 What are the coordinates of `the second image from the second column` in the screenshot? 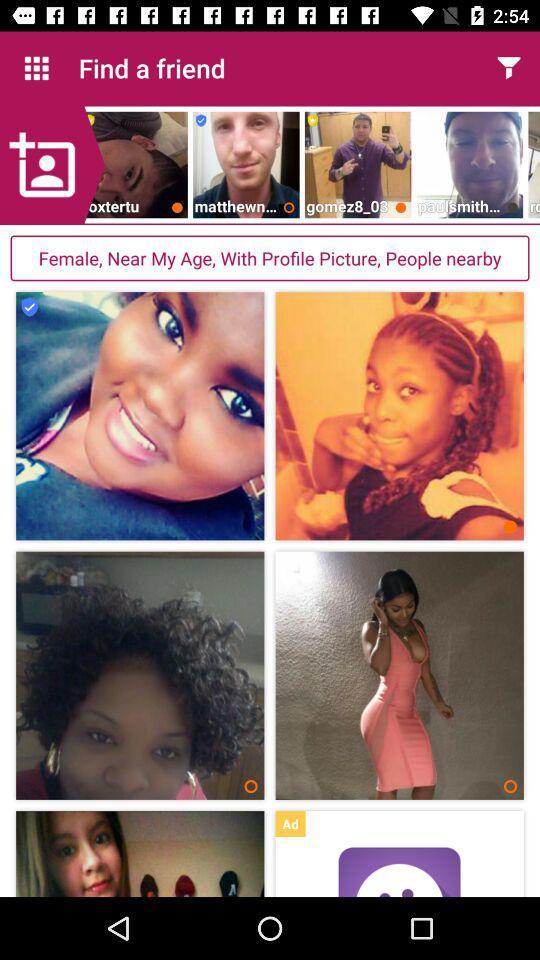 It's located at (399, 676).